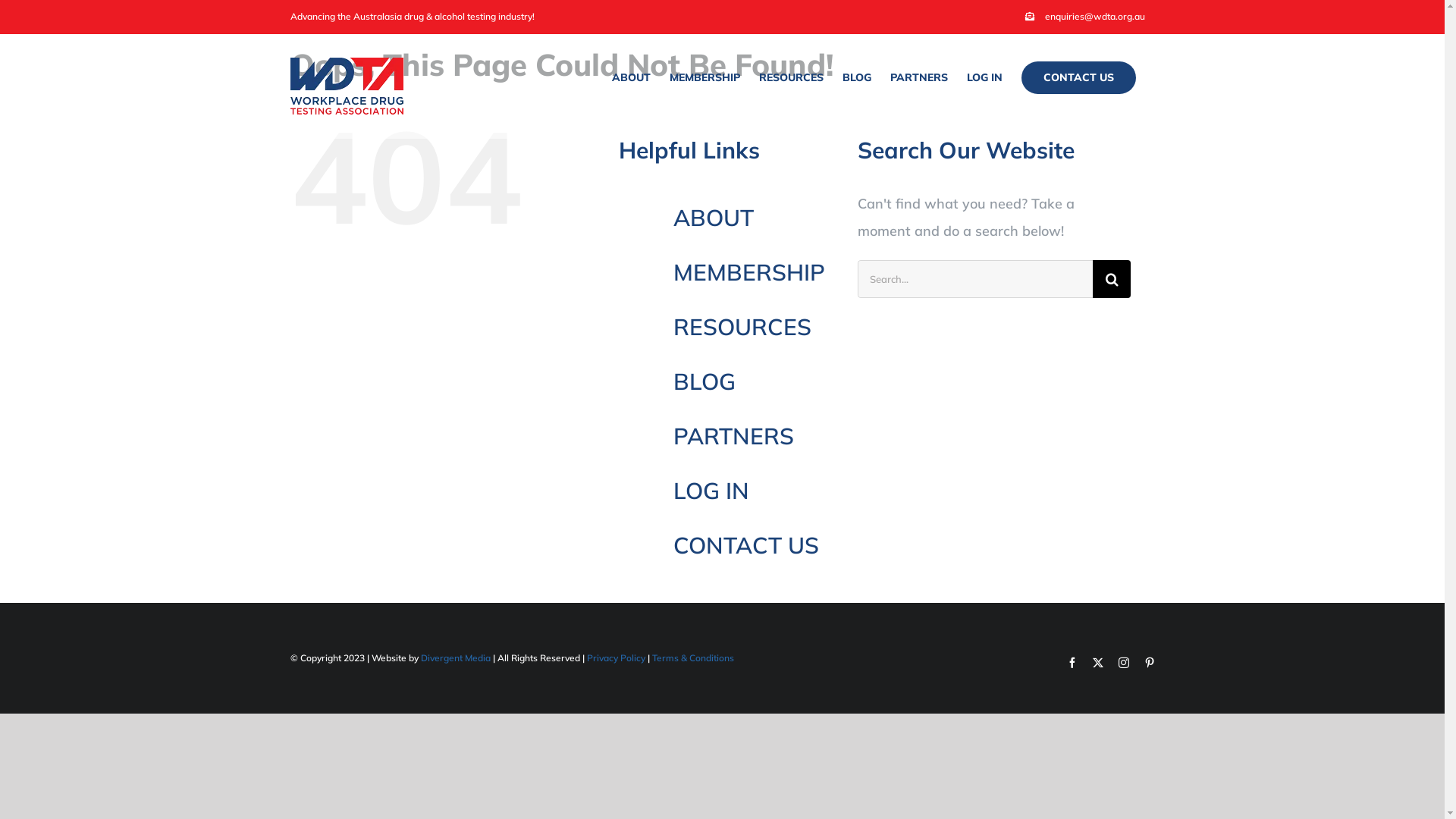 Image resolution: width=1456 pixels, height=819 pixels. I want to click on 'Privacy Policy', so click(616, 657).